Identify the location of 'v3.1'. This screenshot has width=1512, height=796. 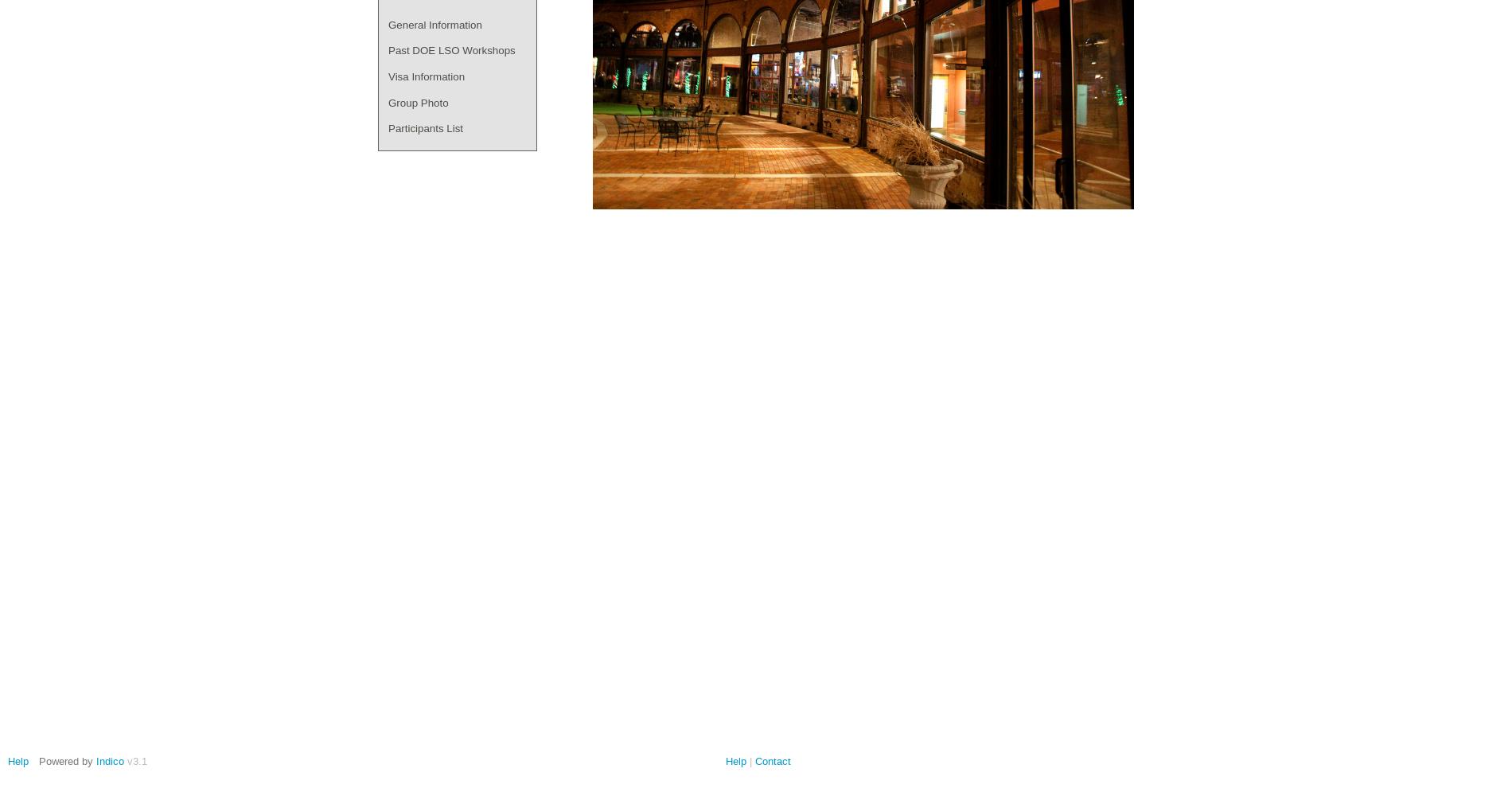
(137, 760).